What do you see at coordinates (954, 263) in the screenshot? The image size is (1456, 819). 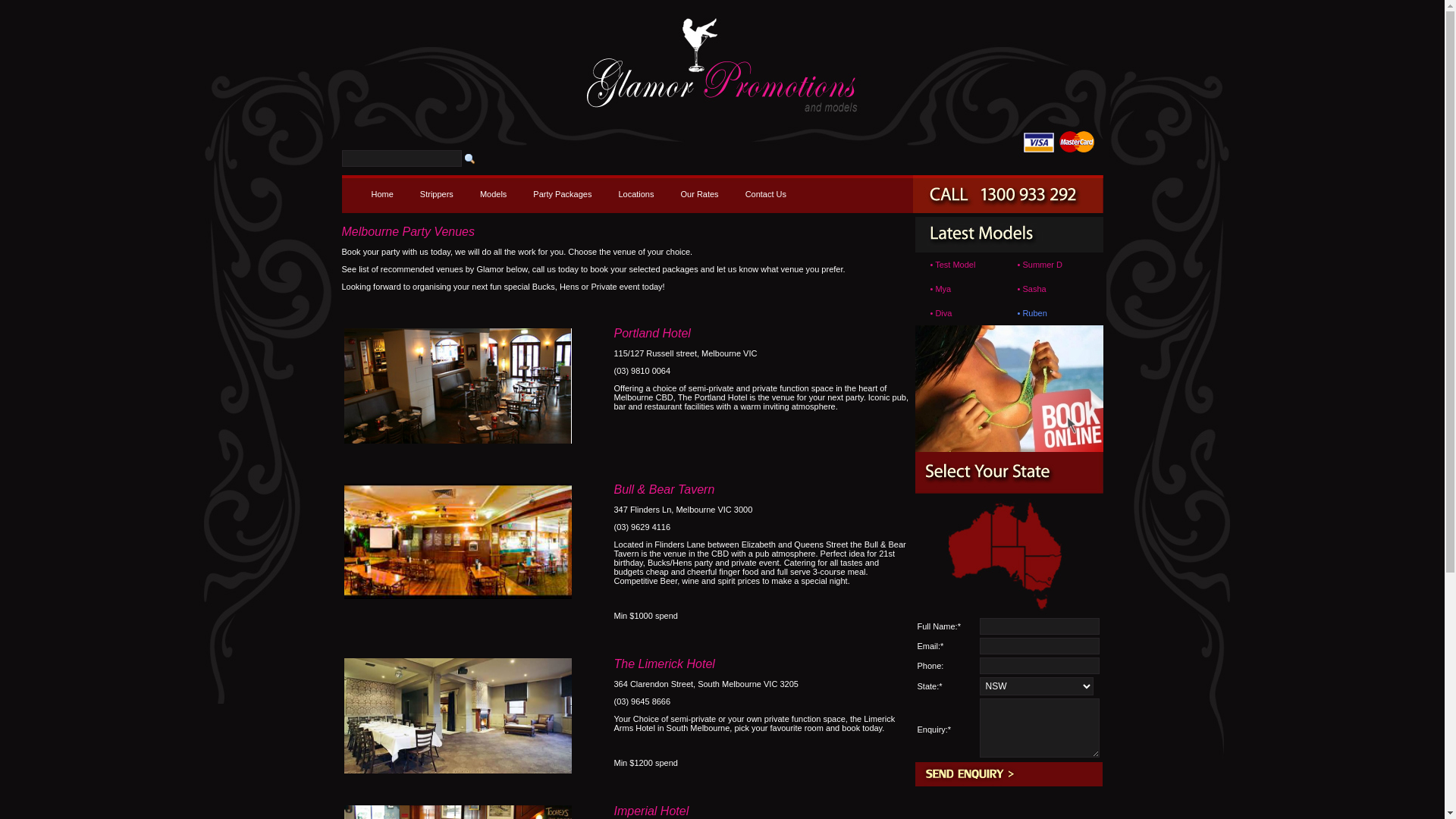 I see `'Test Model'` at bounding box center [954, 263].